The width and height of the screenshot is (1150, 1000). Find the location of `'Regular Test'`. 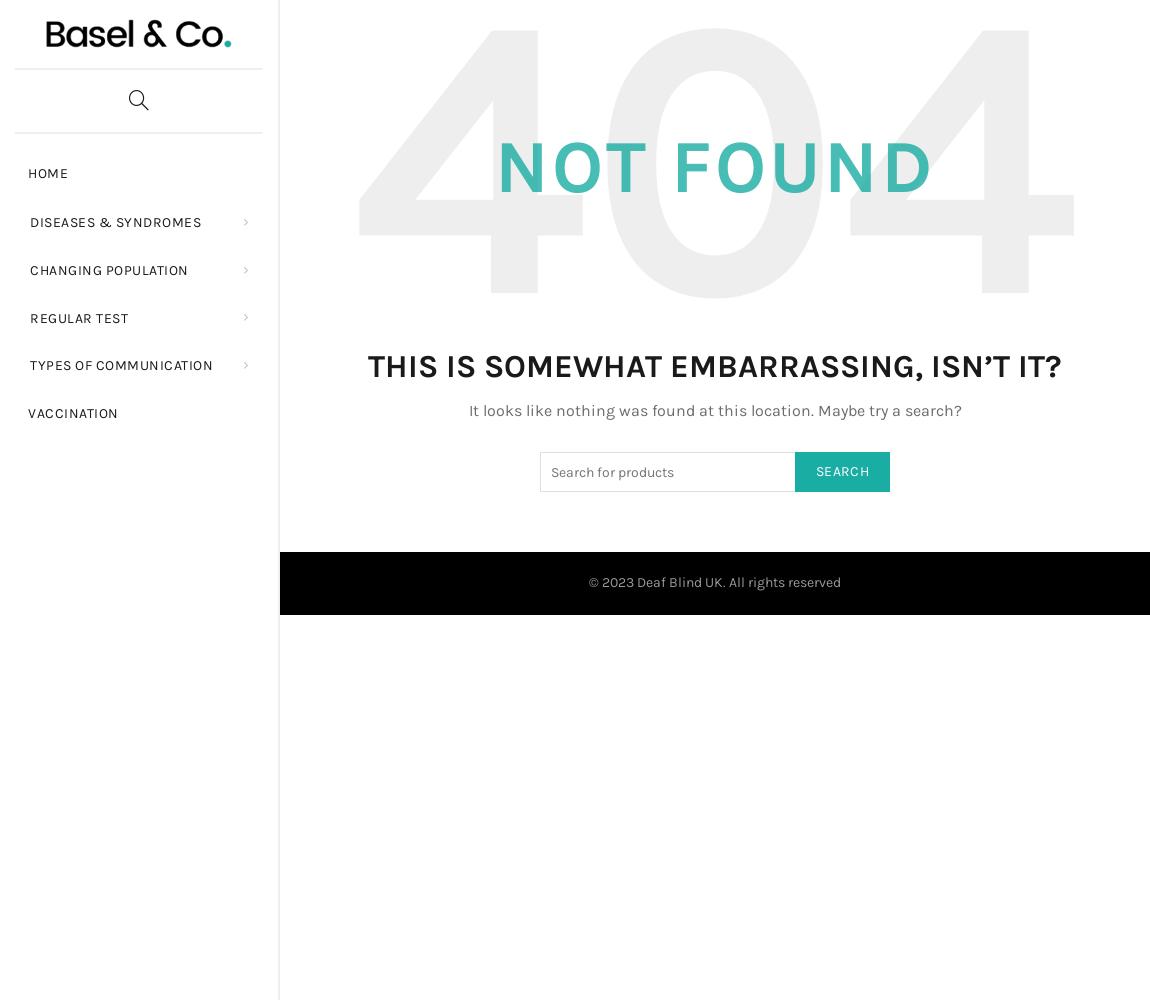

'Regular Test' is located at coordinates (29, 316).